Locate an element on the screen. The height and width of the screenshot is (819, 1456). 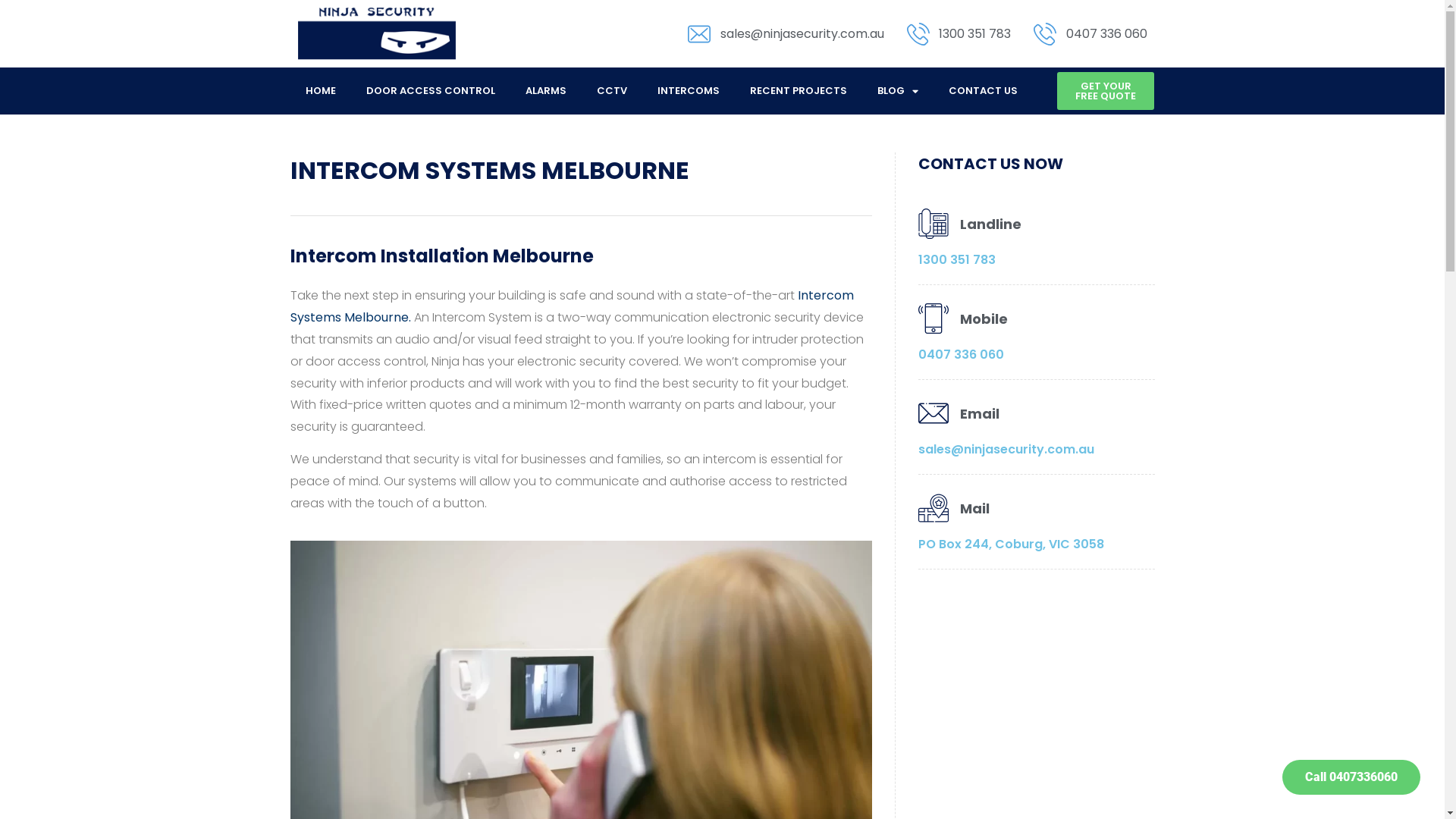
'RECENT PROJECTS' is located at coordinates (796, 90).